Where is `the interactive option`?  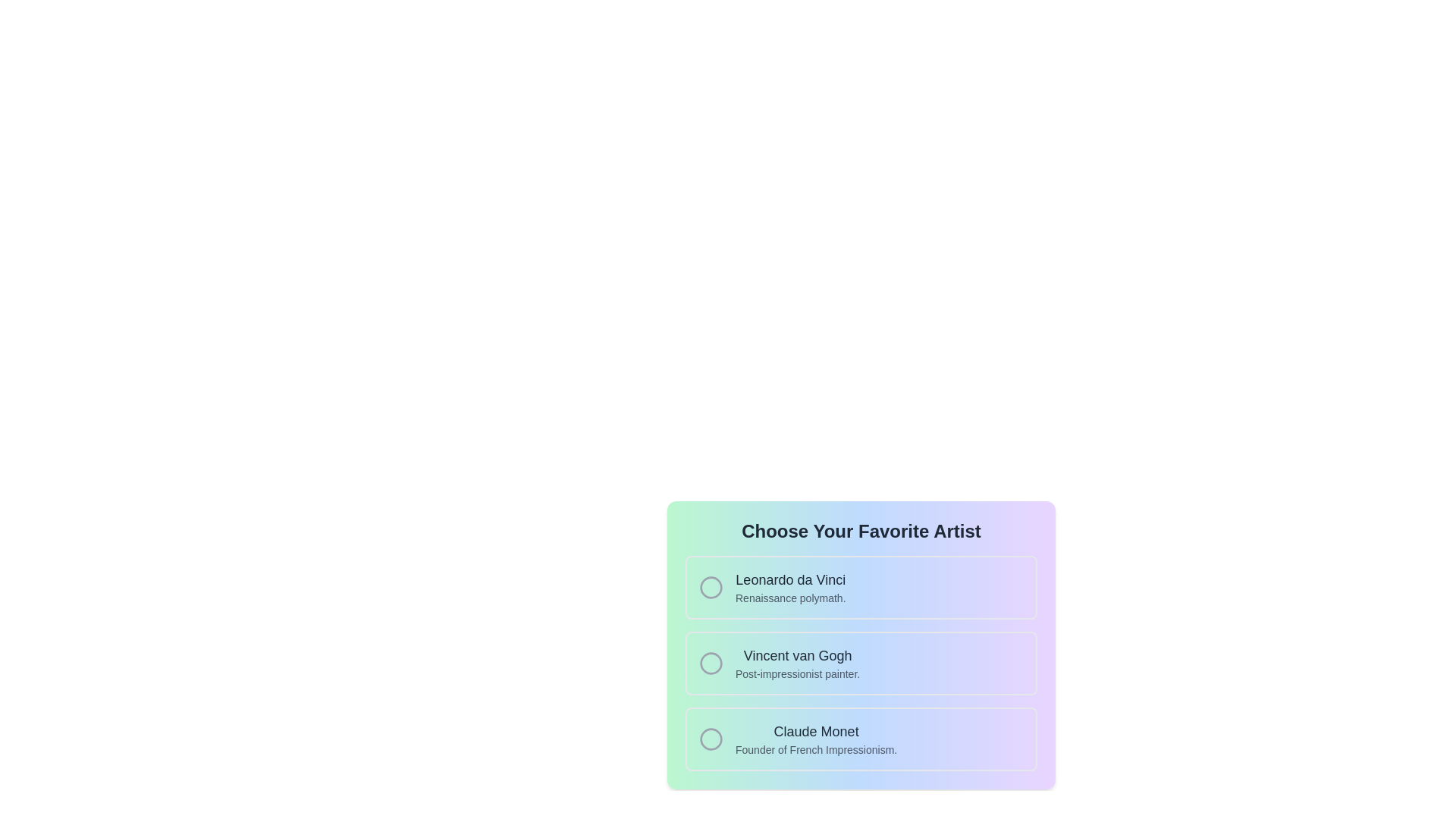
the interactive option is located at coordinates (861, 637).